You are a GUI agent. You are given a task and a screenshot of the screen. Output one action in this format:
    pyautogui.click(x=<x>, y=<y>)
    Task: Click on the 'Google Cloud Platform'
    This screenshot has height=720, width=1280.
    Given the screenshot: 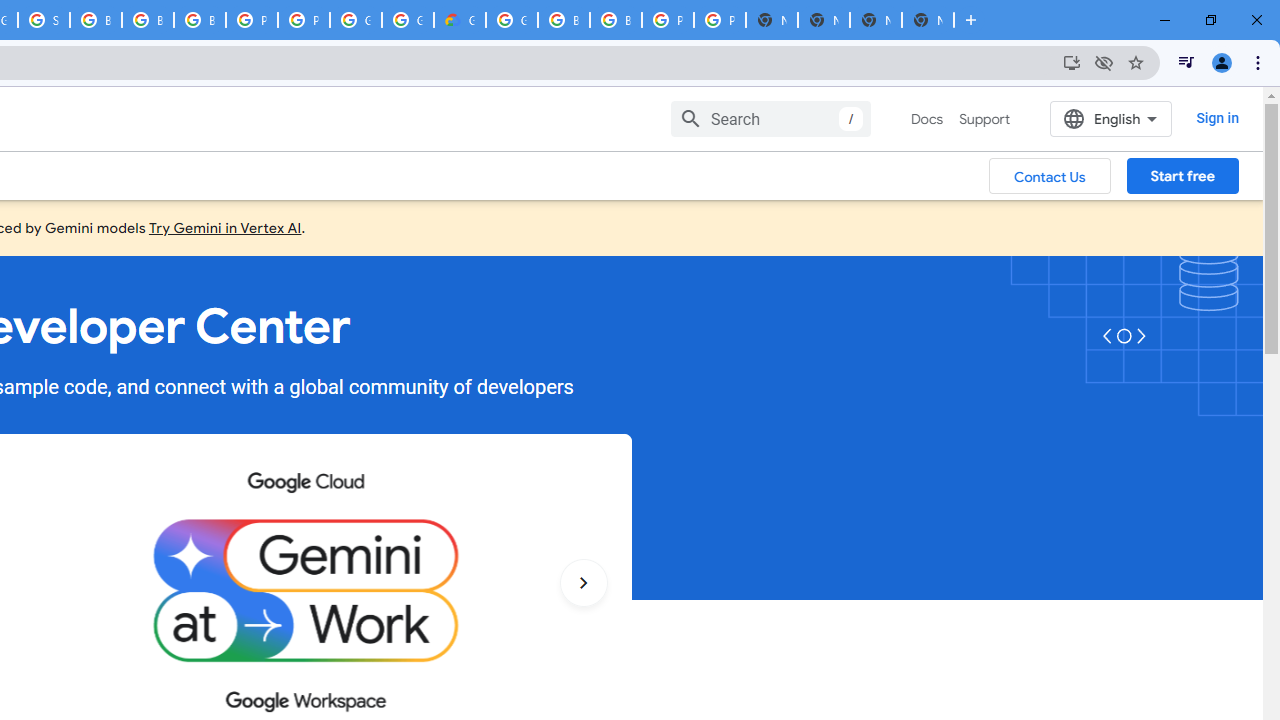 What is the action you would take?
    pyautogui.click(x=406, y=20)
    